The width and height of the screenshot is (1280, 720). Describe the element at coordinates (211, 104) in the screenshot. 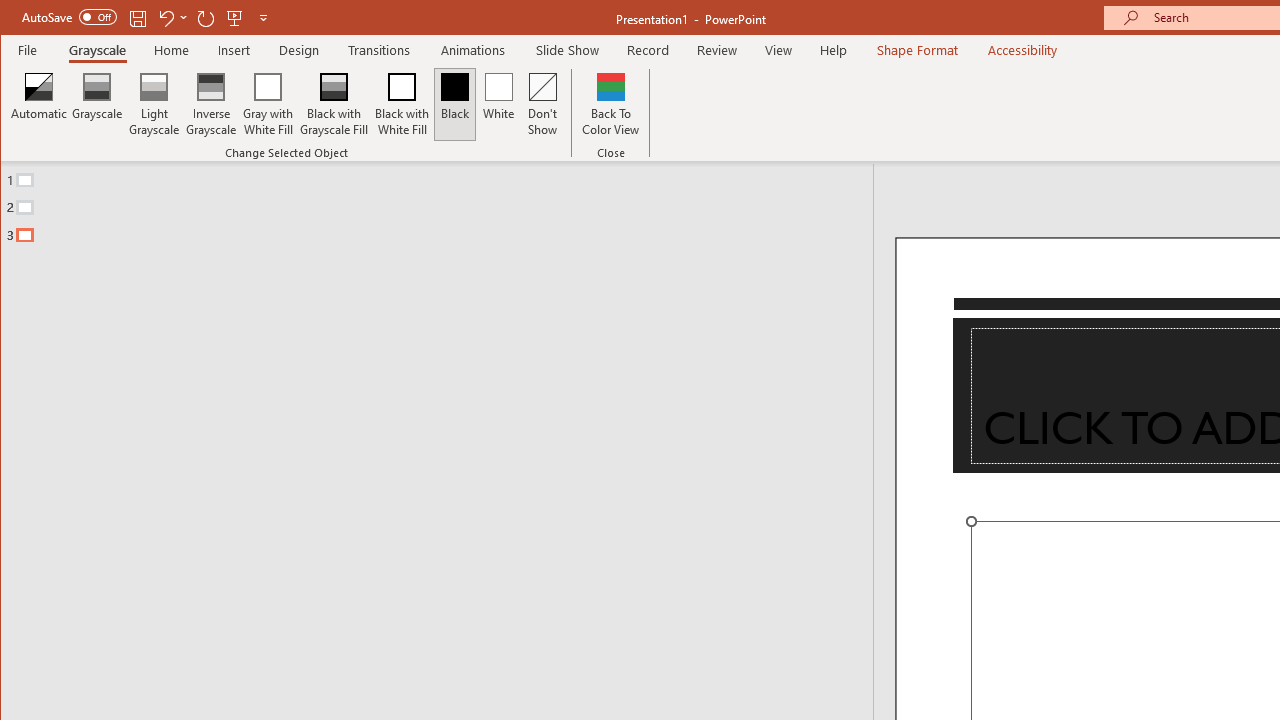

I see `'Inverse Grayscale'` at that location.